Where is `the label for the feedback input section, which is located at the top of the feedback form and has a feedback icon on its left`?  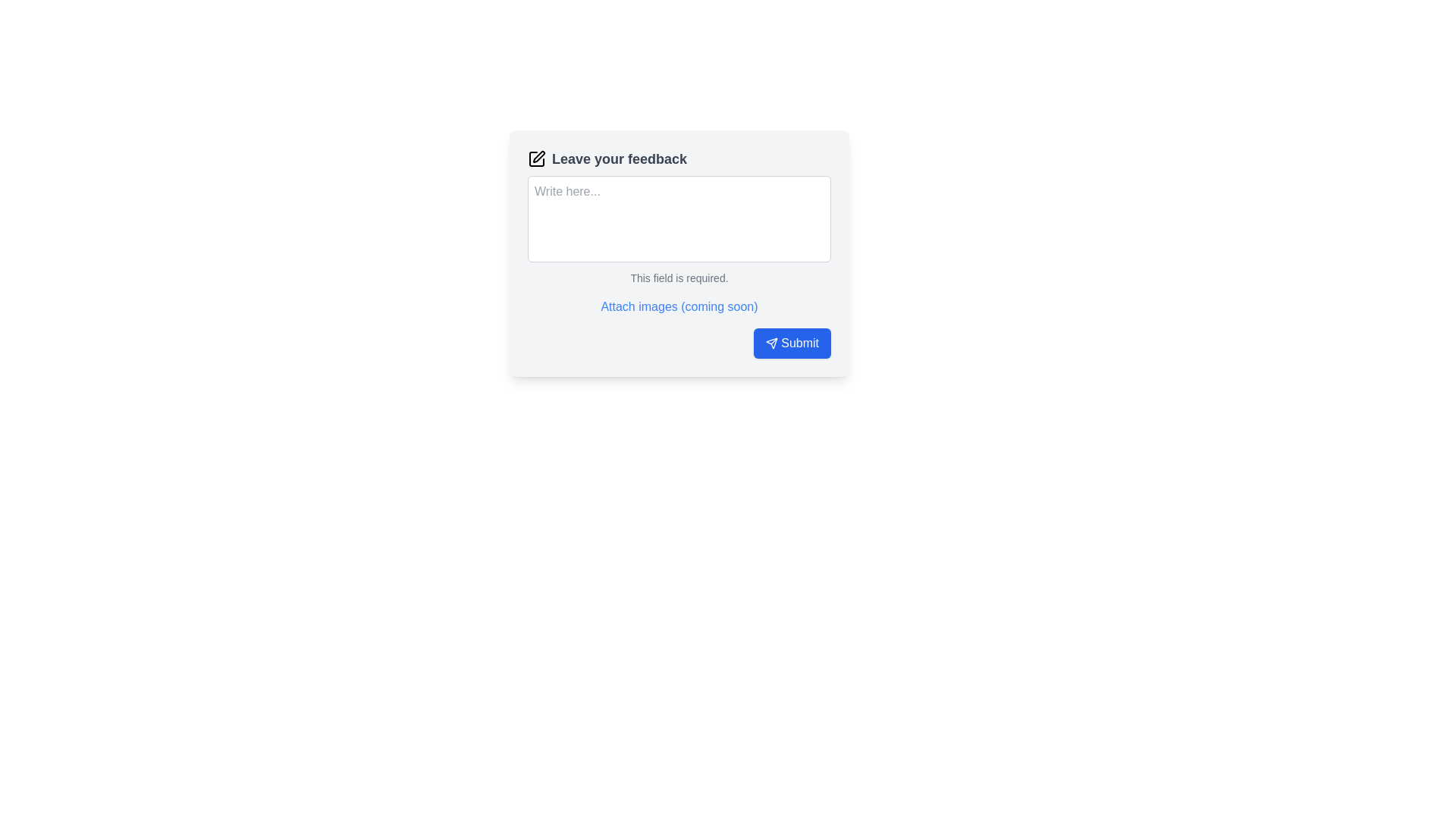 the label for the feedback input section, which is located at the top of the feedback form and has a feedback icon on its left is located at coordinates (679, 158).